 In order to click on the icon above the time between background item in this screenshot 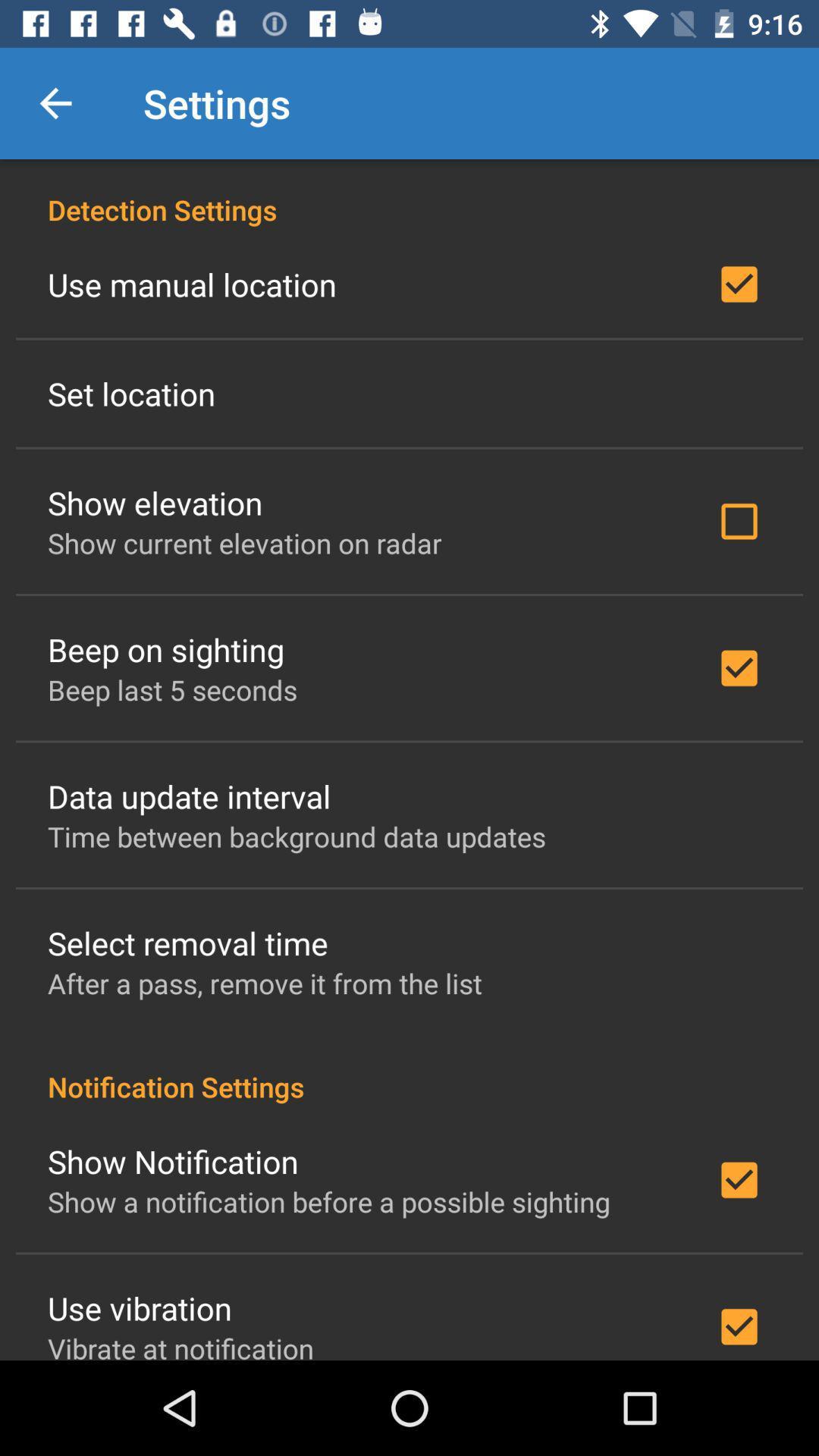, I will do `click(188, 795)`.